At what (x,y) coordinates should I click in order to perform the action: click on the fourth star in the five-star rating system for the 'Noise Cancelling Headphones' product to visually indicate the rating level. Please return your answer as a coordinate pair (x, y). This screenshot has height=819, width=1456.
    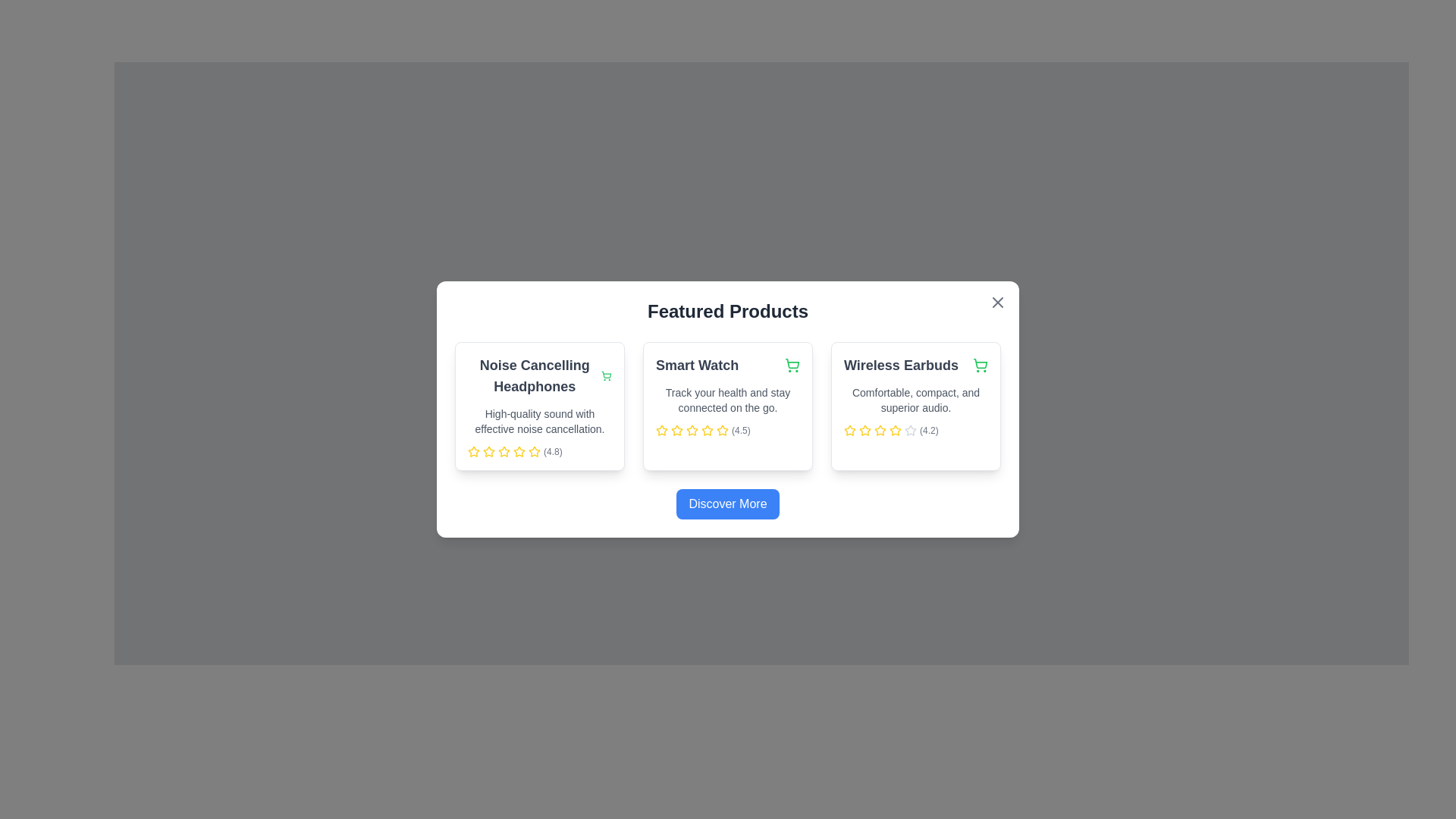
    Looking at the image, I should click on (504, 451).